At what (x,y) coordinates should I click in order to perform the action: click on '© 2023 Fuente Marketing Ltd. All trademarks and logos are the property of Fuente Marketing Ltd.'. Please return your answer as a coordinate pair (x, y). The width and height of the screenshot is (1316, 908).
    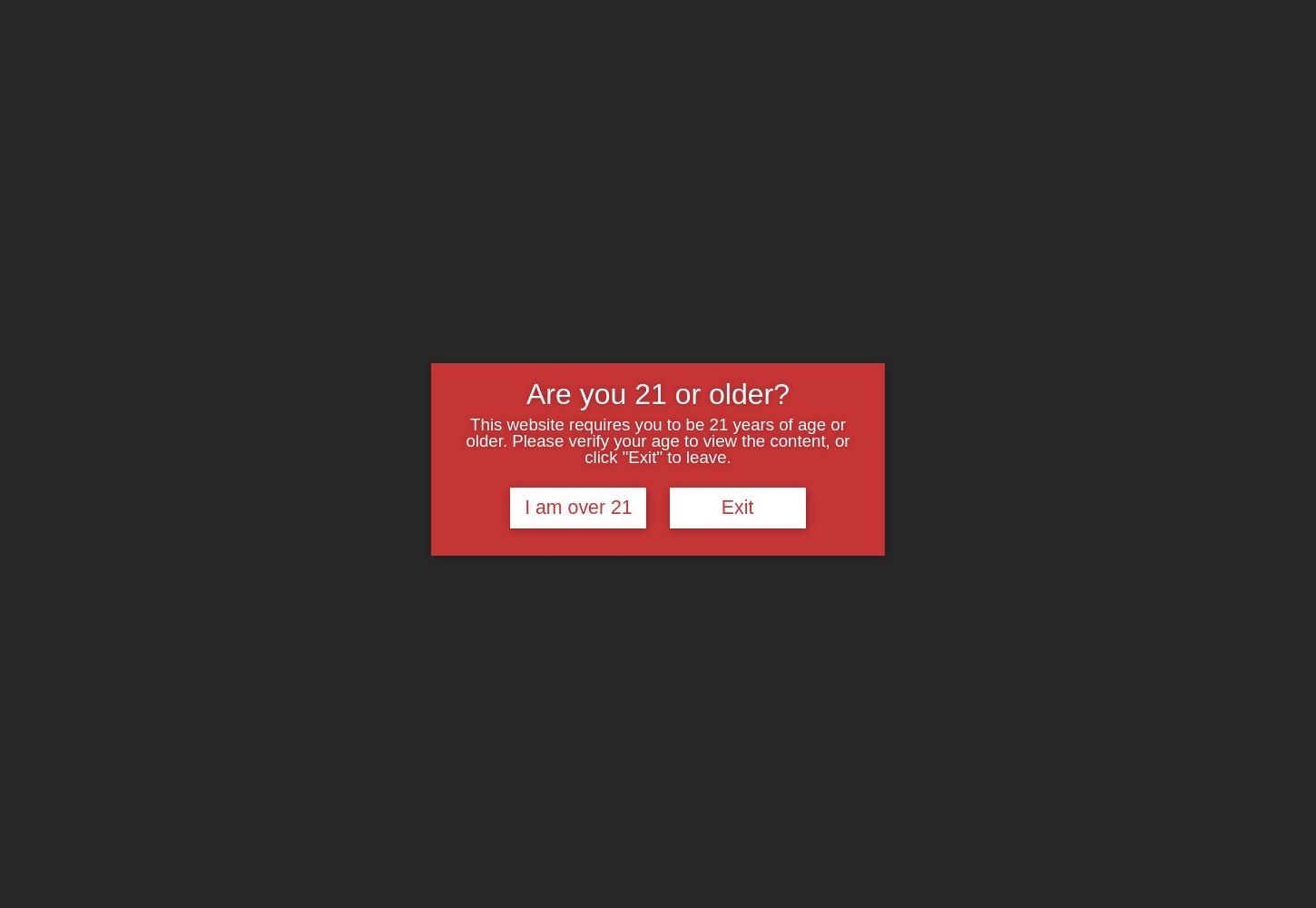
    Looking at the image, I should click on (1072, 854).